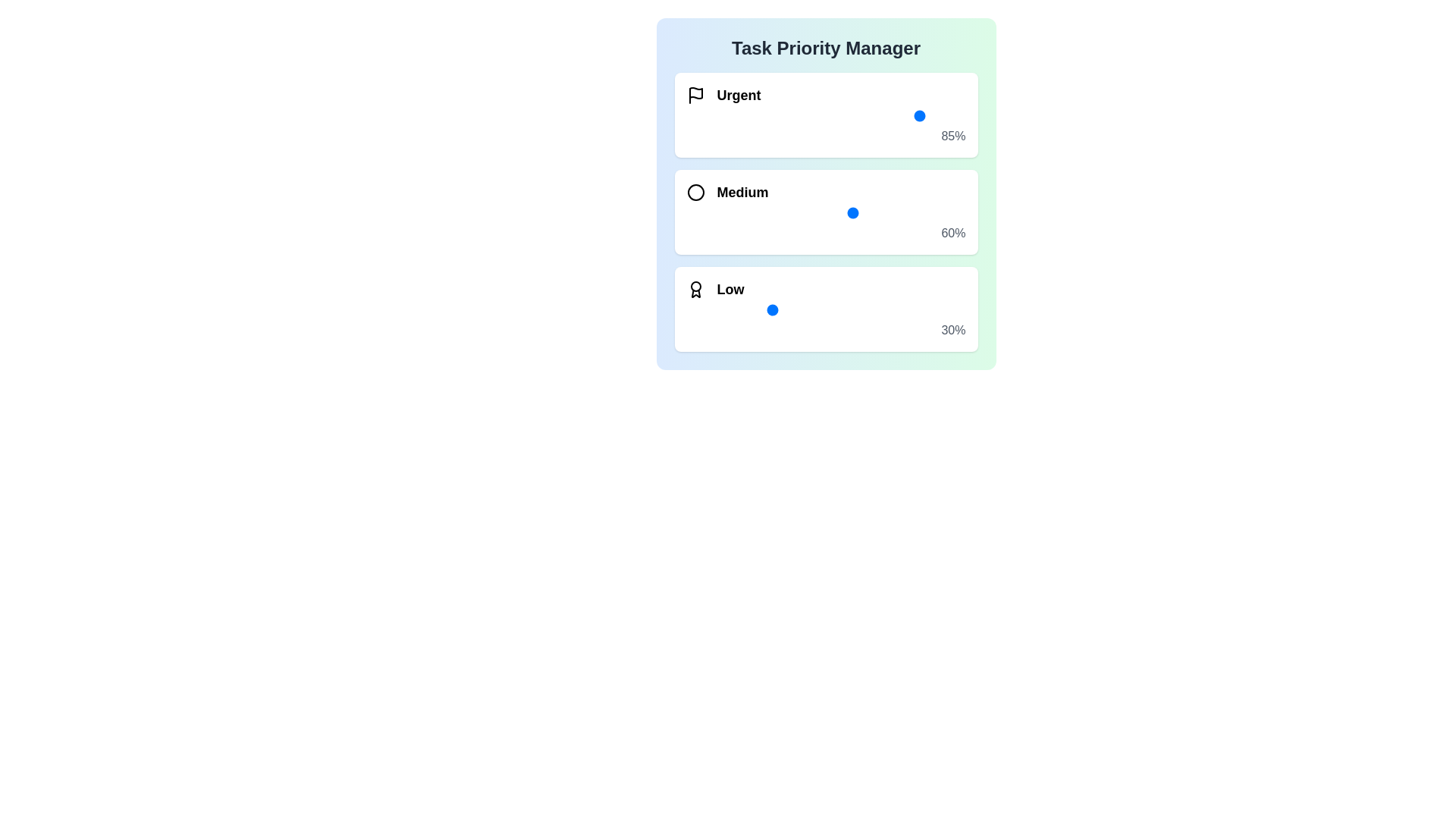 The height and width of the screenshot is (819, 1456). What do you see at coordinates (825, 193) in the screenshot?
I see `the background of the Task Priority Manager component to check for additional functionality` at bounding box center [825, 193].